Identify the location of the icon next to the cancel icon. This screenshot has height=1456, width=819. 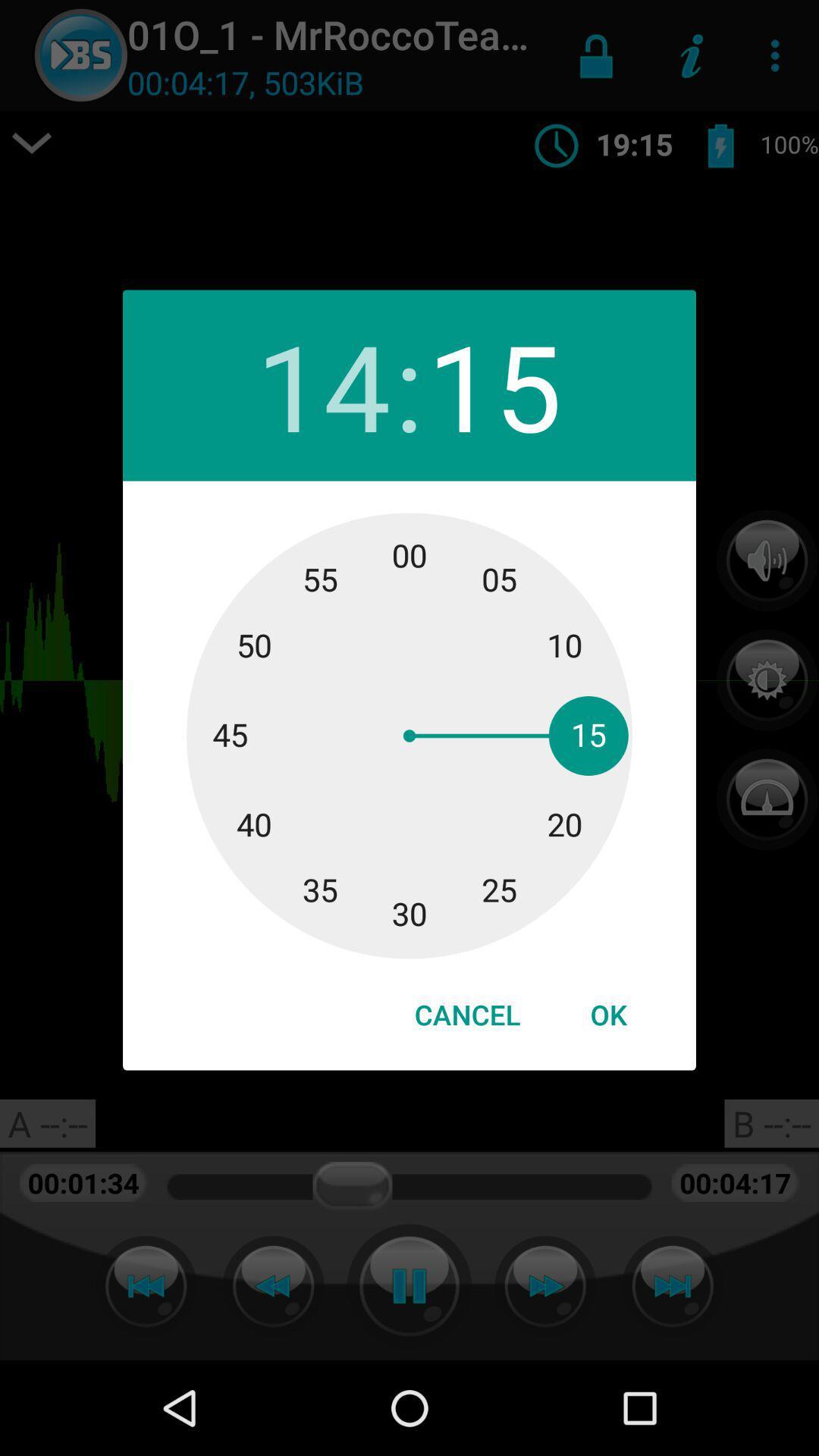
(607, 1015).